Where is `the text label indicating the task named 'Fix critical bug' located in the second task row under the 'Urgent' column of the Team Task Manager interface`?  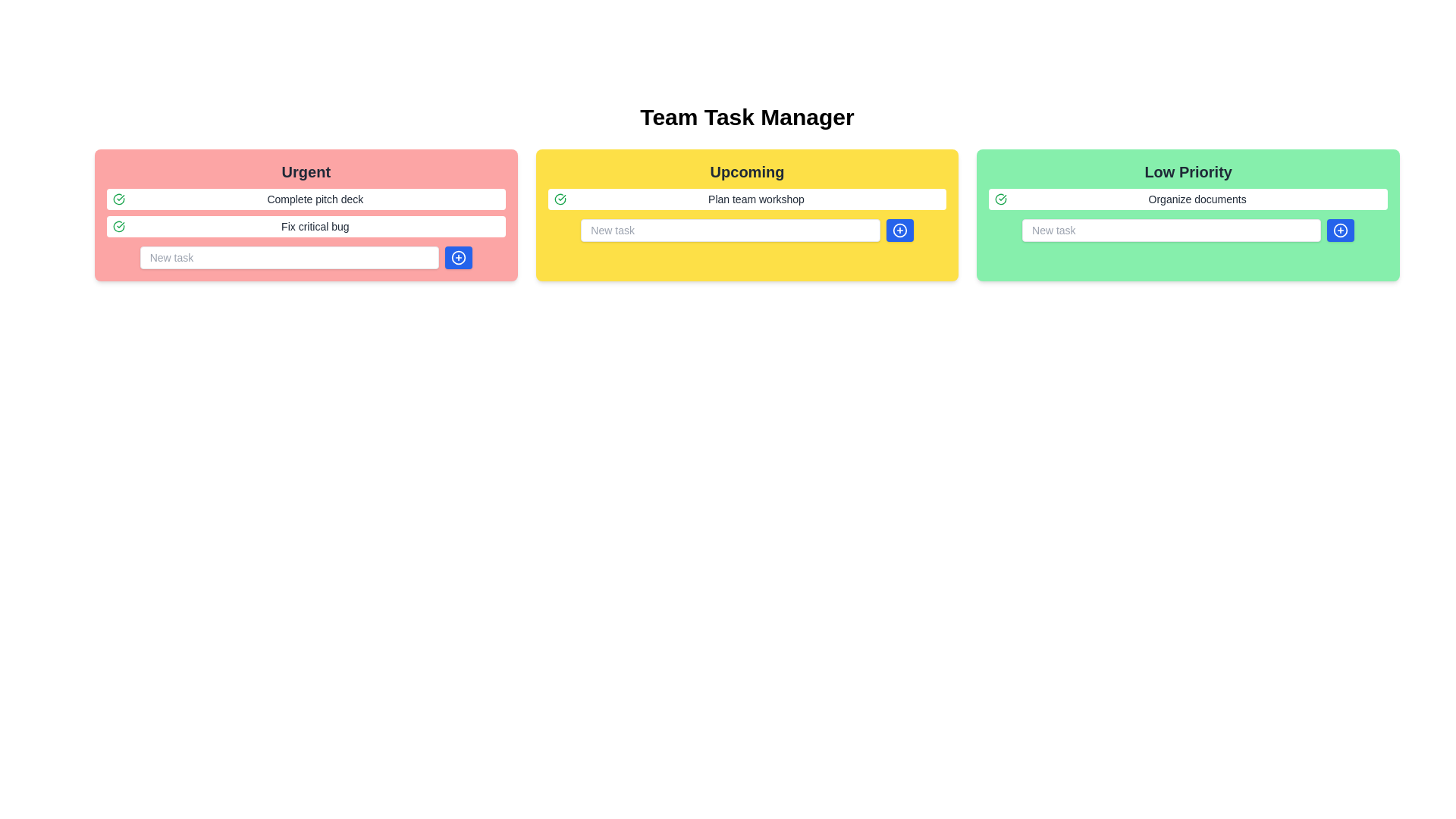
the text label indicating the task named 'Fix critical bug' located in the second task row under the 'Urgent' column of the Team Task Manager interface is located at coordinates (314, 227).